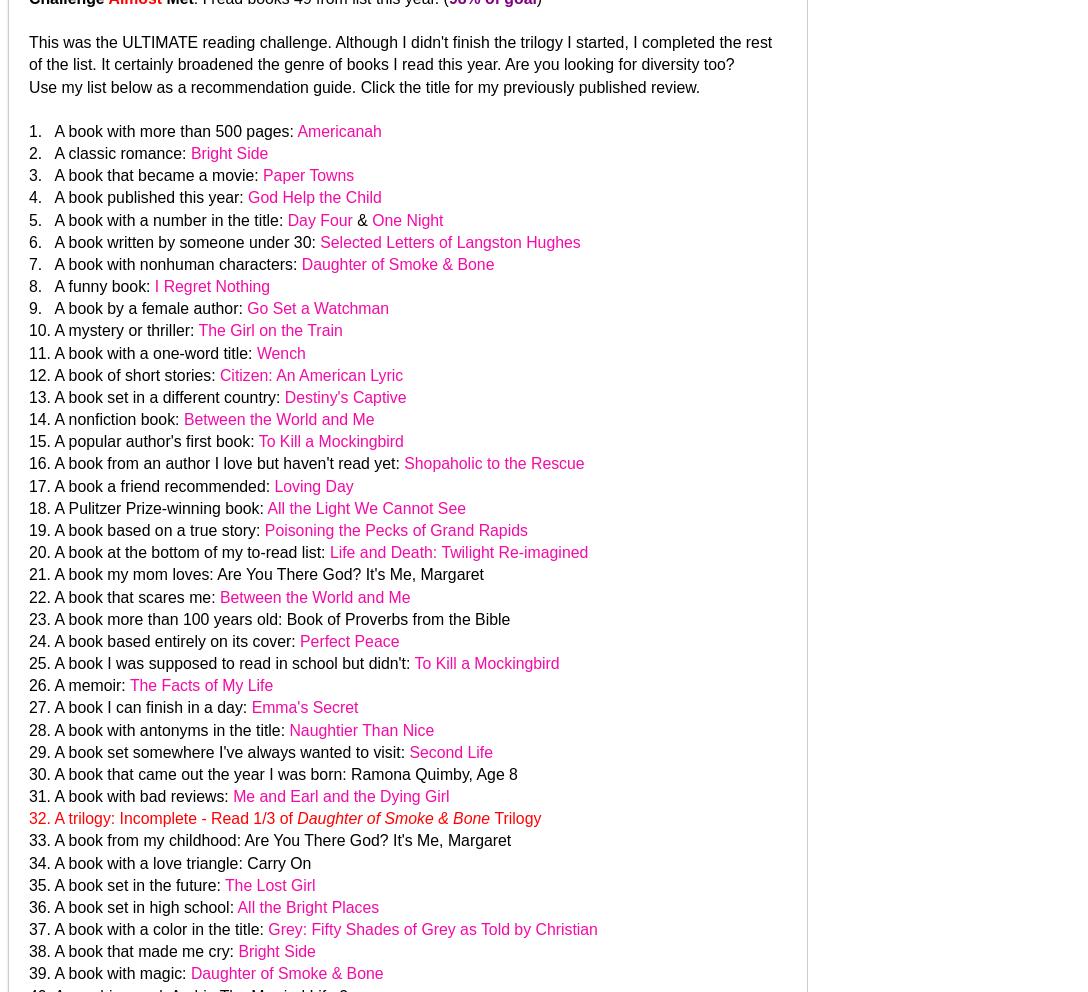 The height and width of the screenshot is (992, 1088). Describe the element at coordinates (124, 595) in the screenshot. I see `'22. A book that scares me:'` at that location.